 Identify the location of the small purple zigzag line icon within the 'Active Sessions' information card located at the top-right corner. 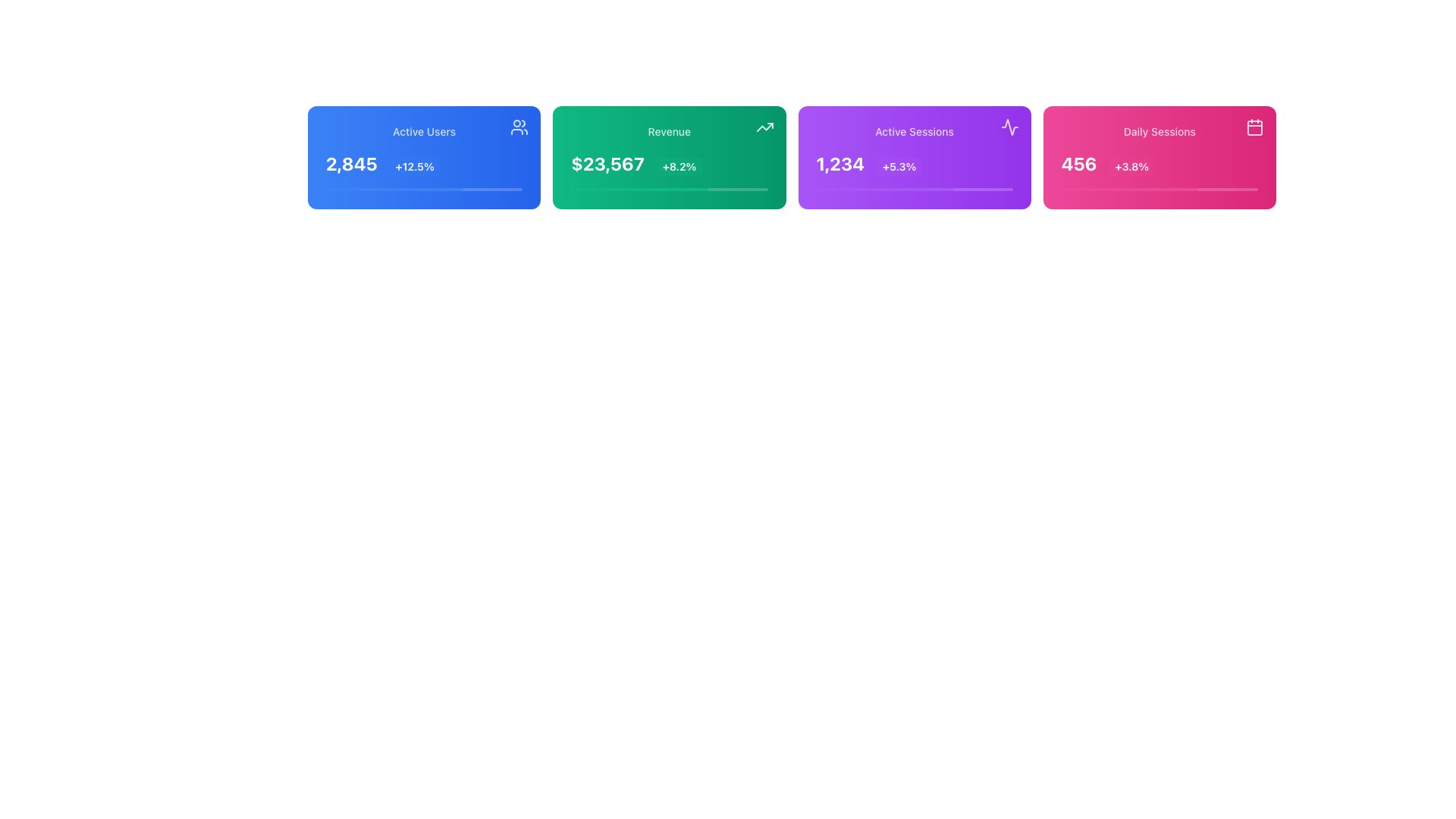
(1009, 127).